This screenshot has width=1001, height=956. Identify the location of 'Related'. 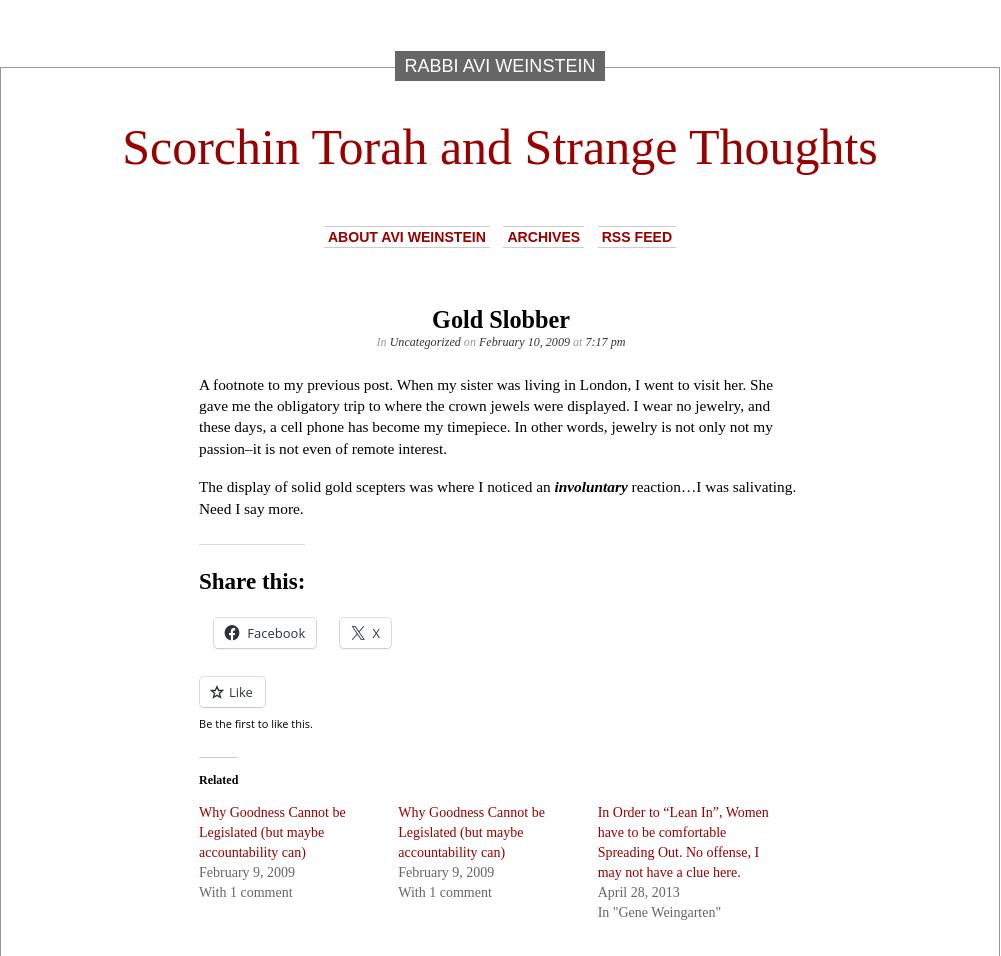
(217, 778).